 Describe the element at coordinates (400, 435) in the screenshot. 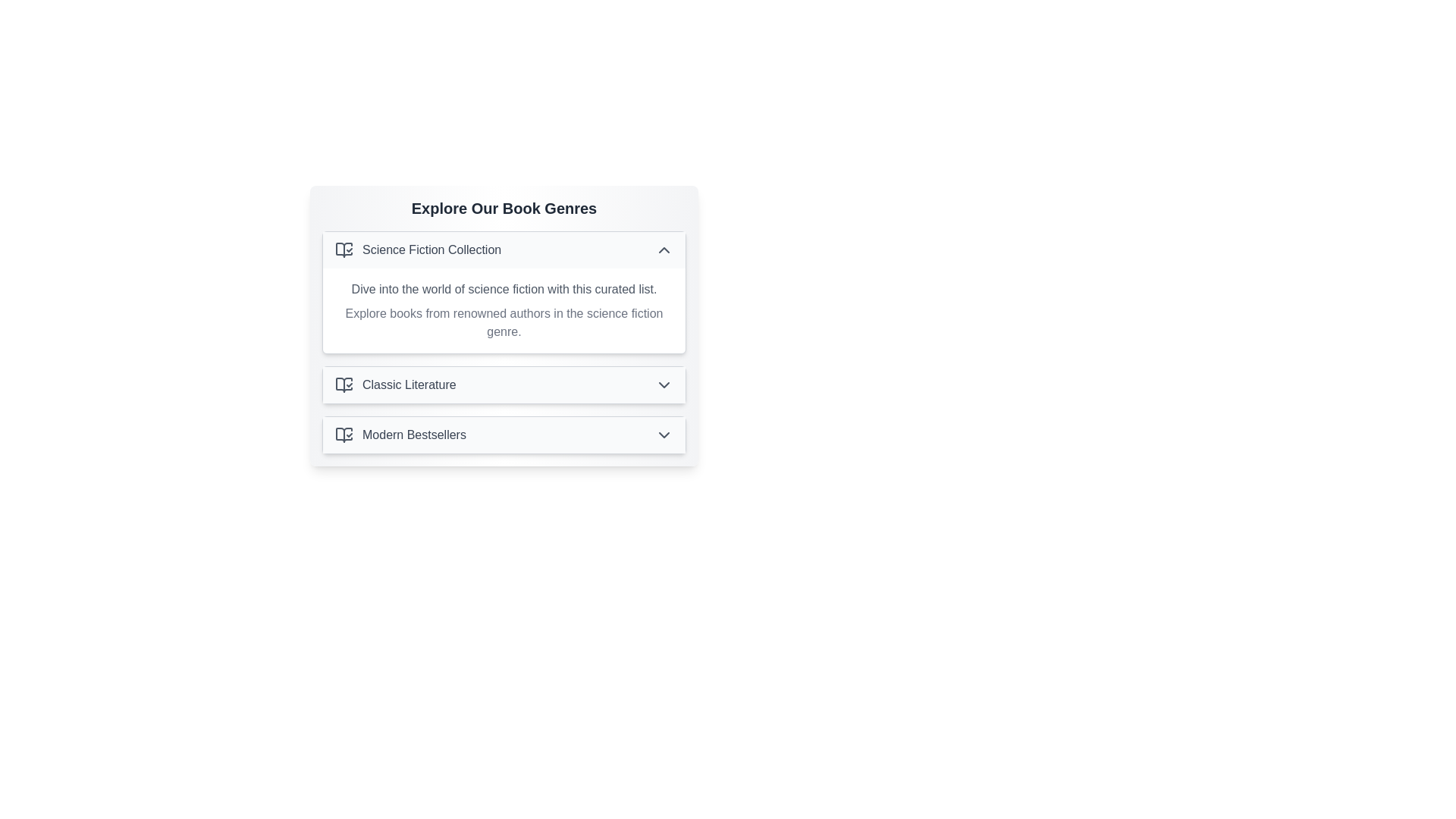

I see `the text 'Modern Bestsellers' in the list item that includes an icon of an open book with a check mark, located under the heading 'Explore Our Book Genres'` at that location.